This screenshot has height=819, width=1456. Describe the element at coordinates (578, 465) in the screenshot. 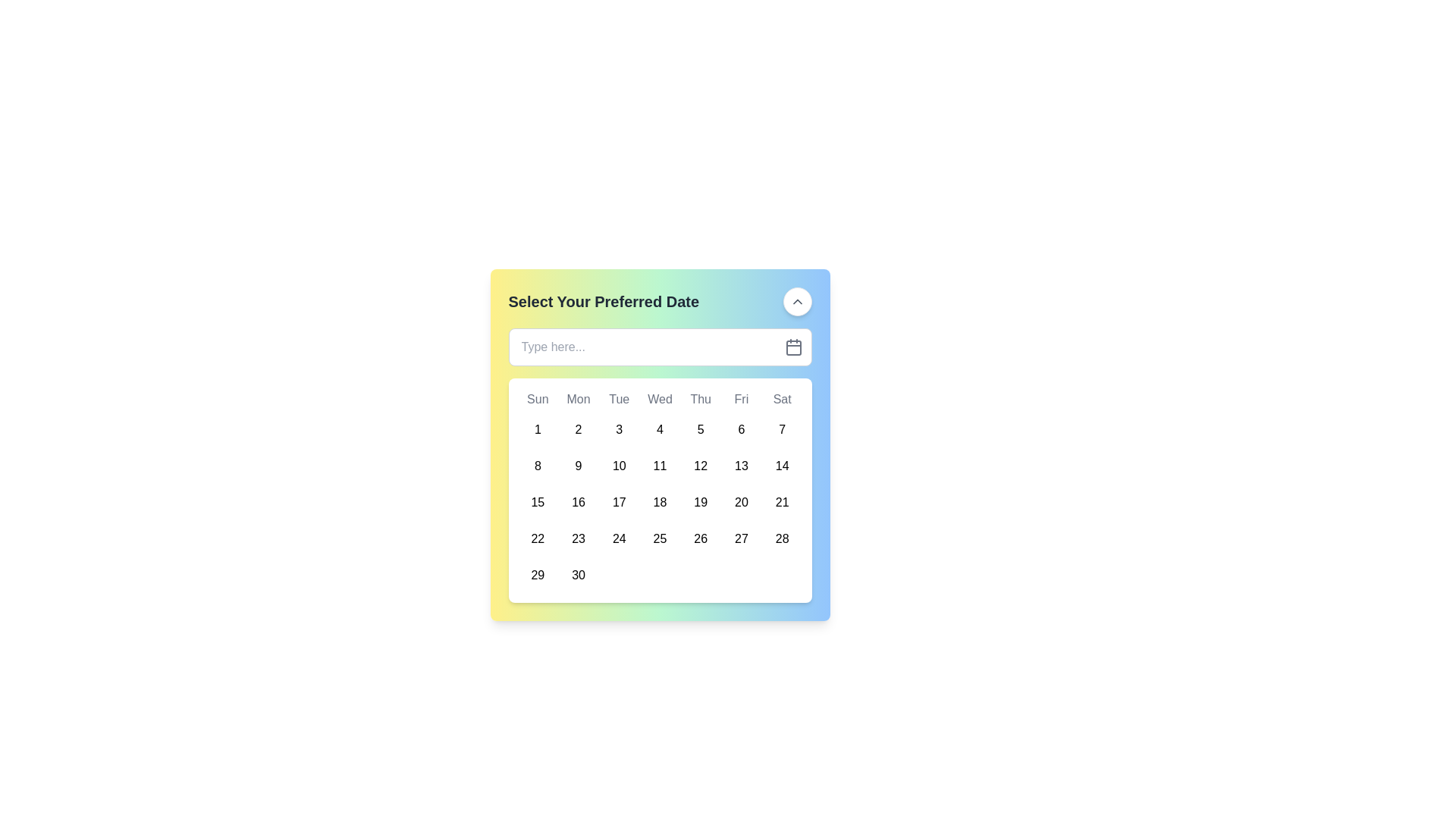

I see `the circular button displaying the number '9' in the calendar grid under 'Select Your Preferred Date'` at that location.